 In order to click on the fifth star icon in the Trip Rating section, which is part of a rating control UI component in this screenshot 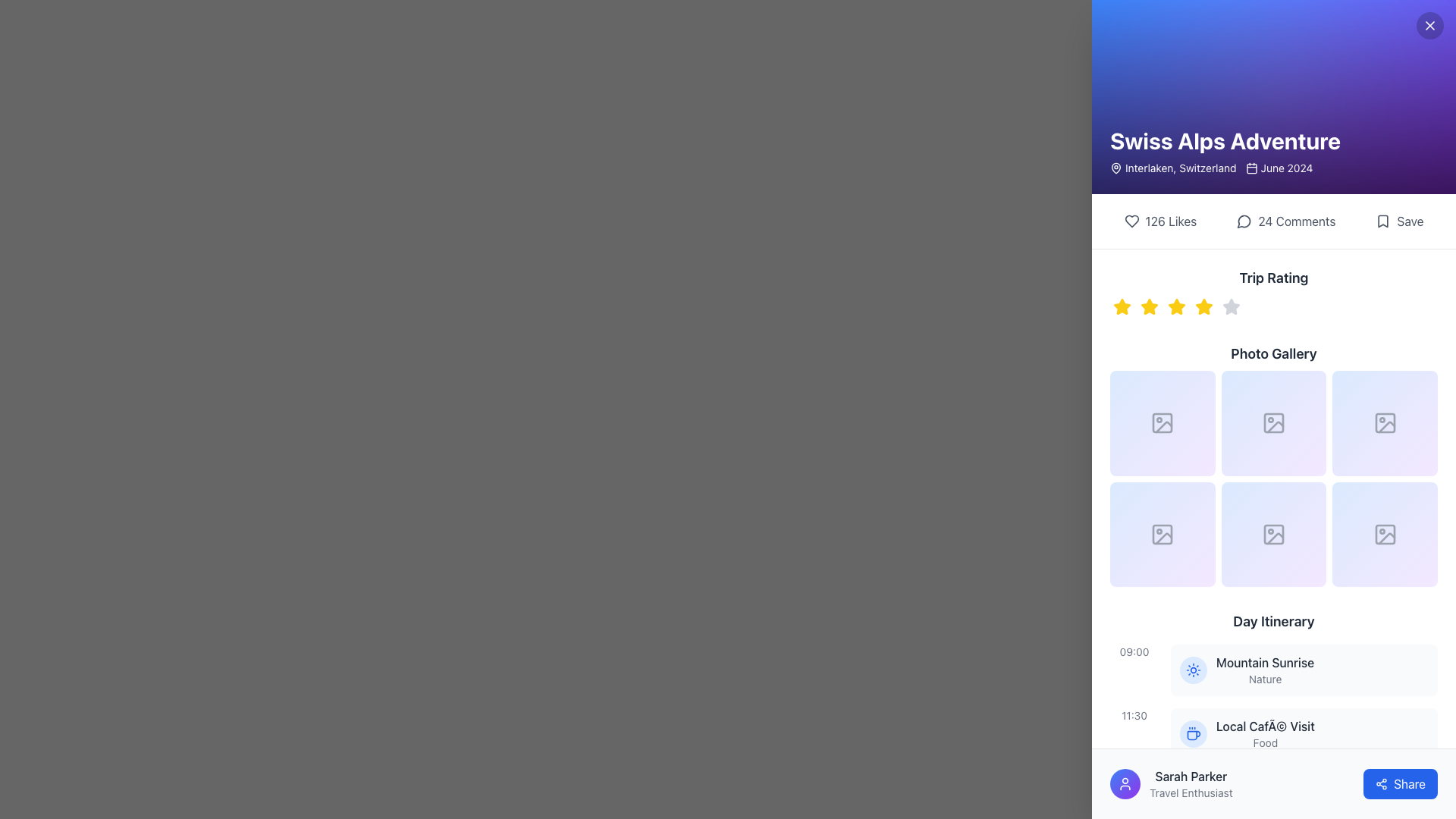, I will do `click(1231, 306)`.